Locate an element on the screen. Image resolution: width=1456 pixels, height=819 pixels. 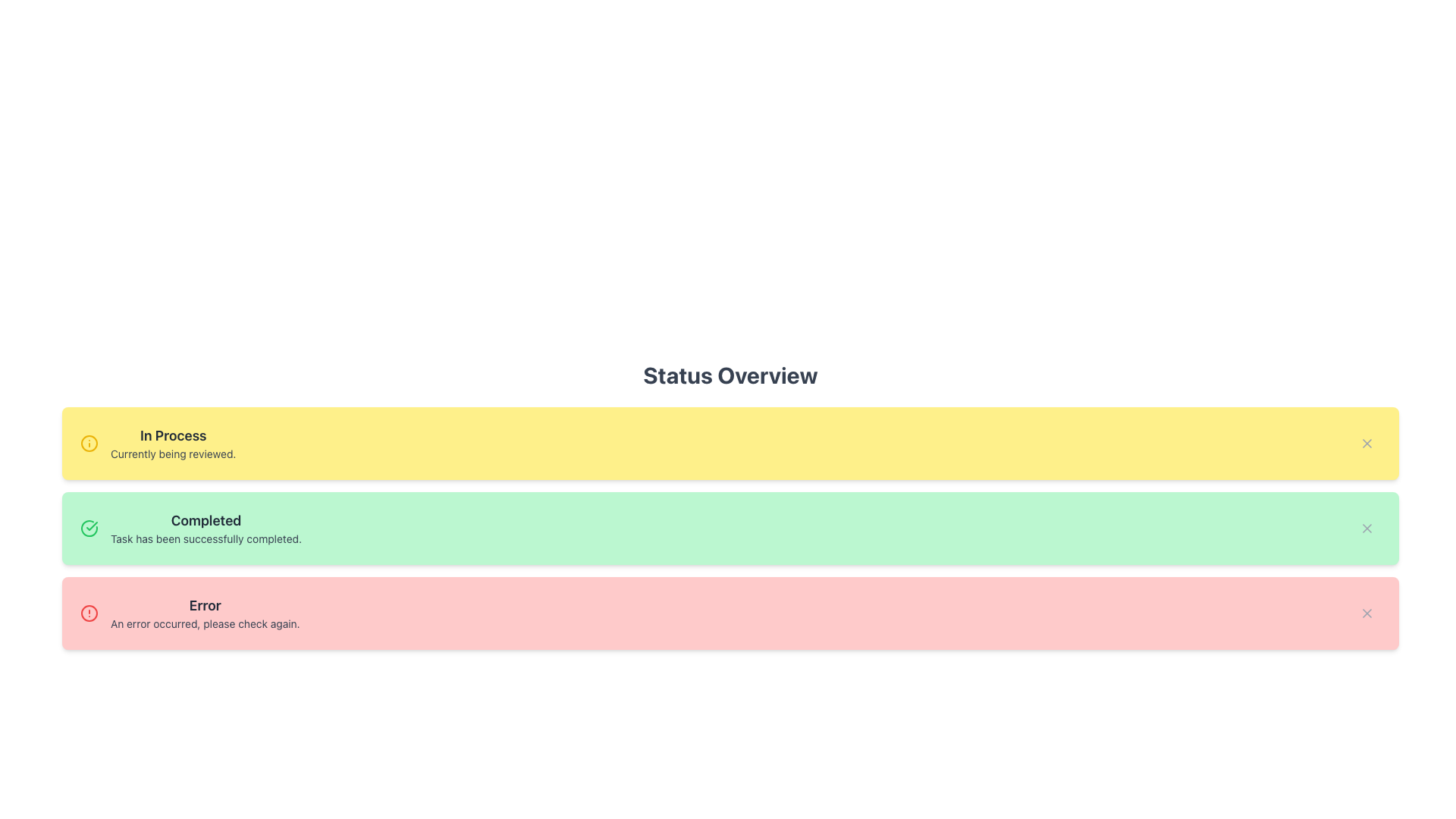
the green check mark icon inside the circular icon located in the green box labeled 'Completed' is located at coordinates (91, 526).